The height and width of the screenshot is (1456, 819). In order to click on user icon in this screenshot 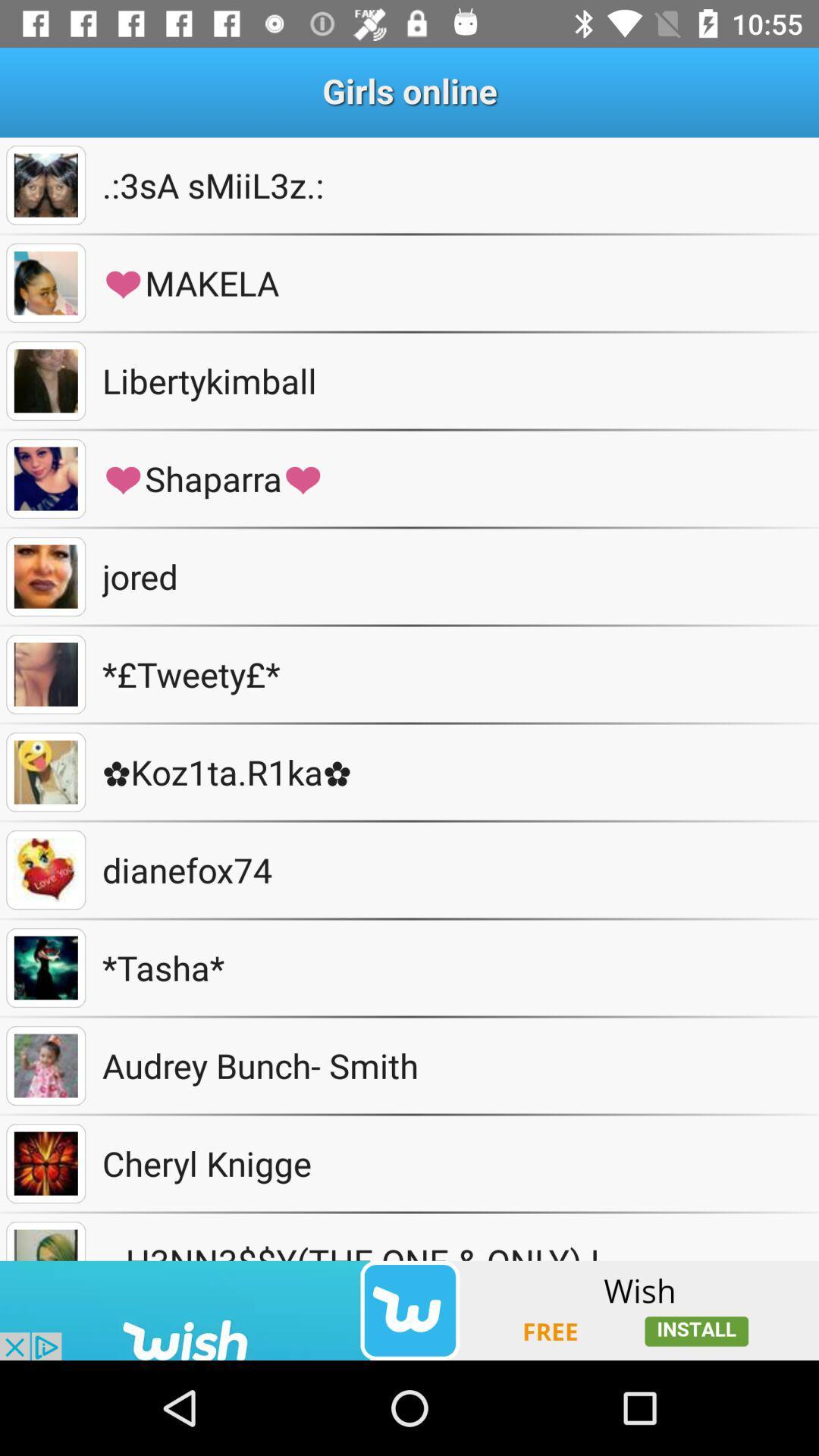, I will do `click(45, 870)`.